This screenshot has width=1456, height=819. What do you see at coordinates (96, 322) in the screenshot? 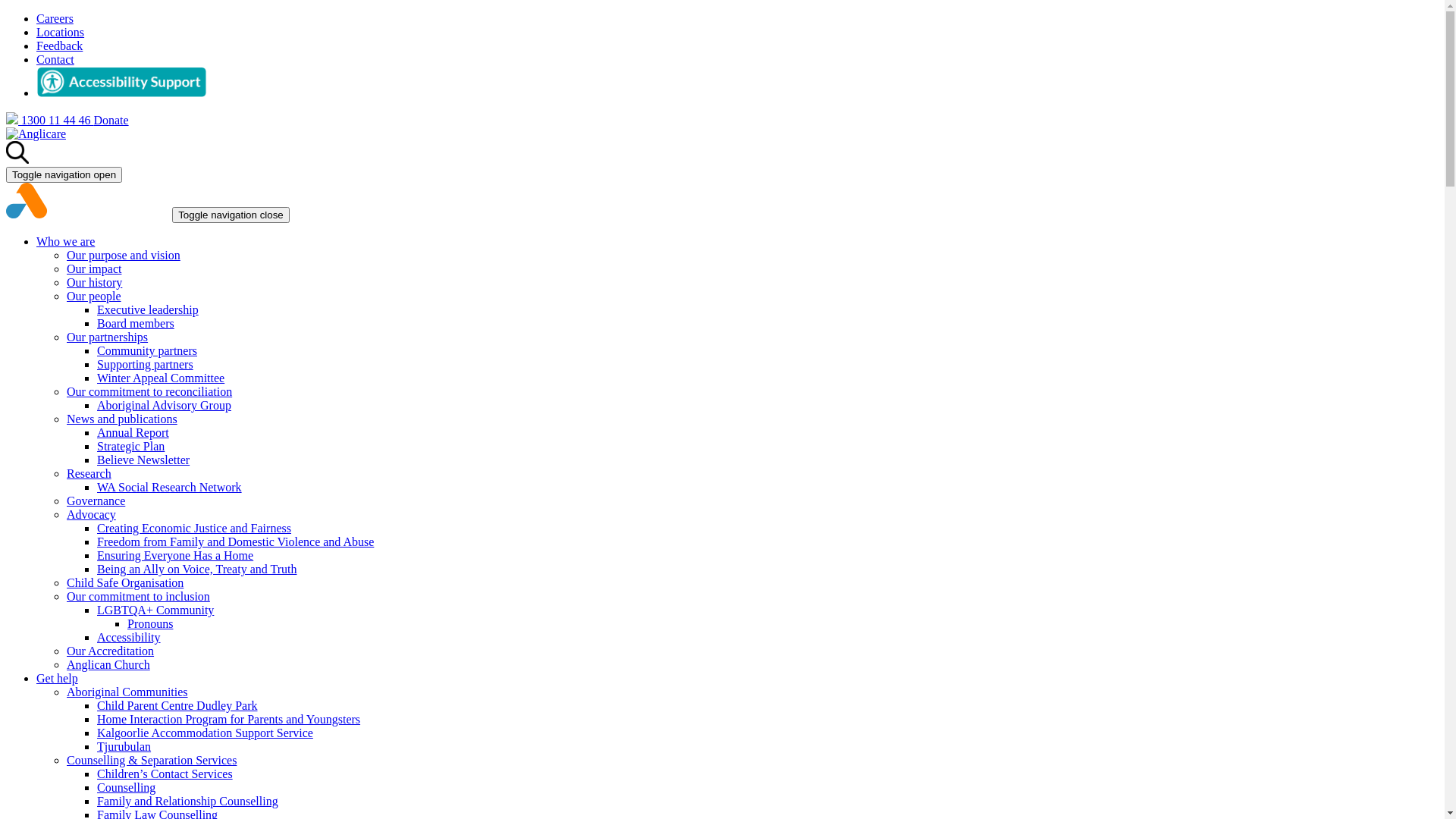
I see `'Board members'` at bounding box center [96, 322].